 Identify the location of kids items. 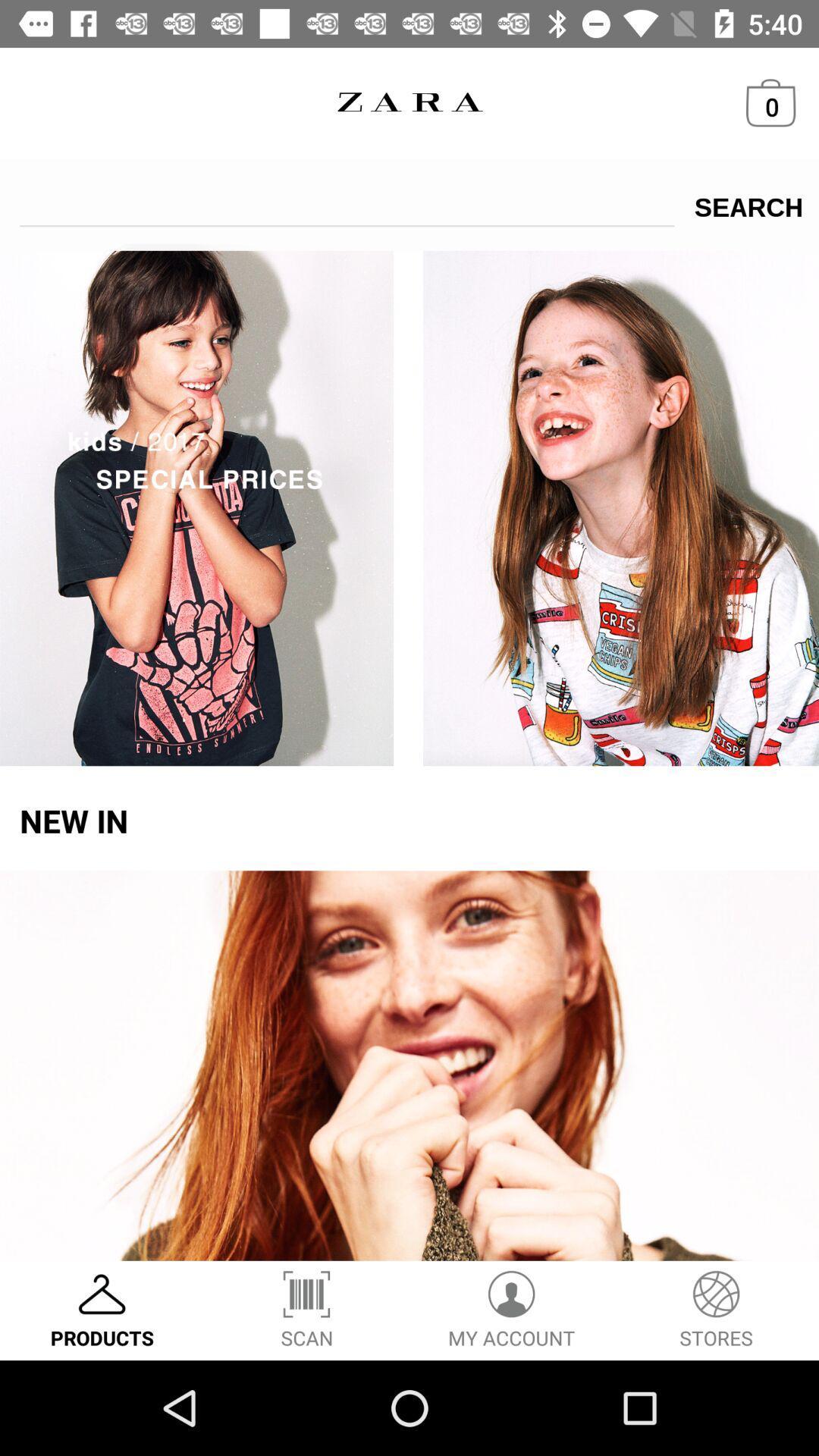
(409, 505).